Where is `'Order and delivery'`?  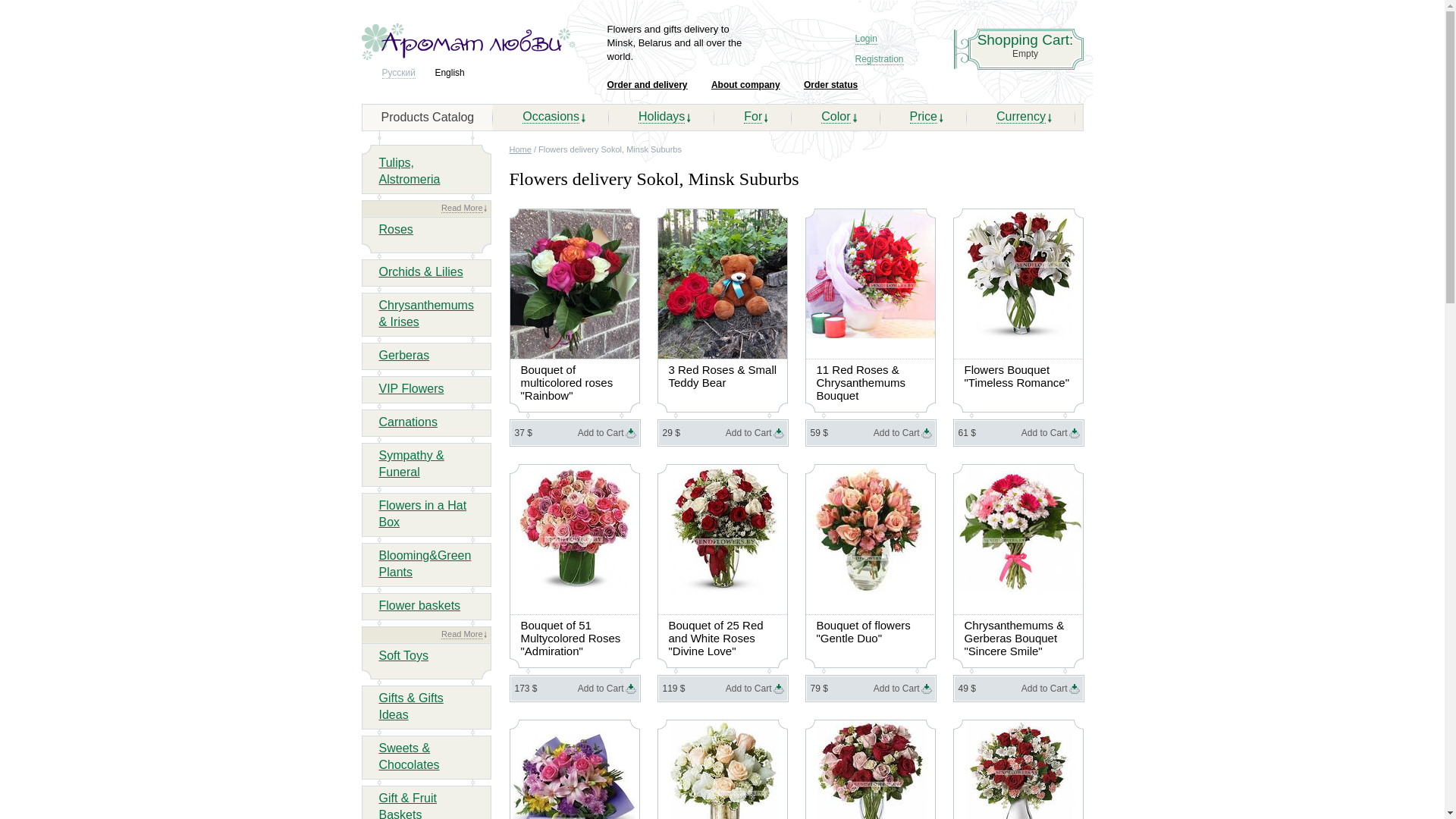 'Order and delivery' is located at coordinates (647, 84).